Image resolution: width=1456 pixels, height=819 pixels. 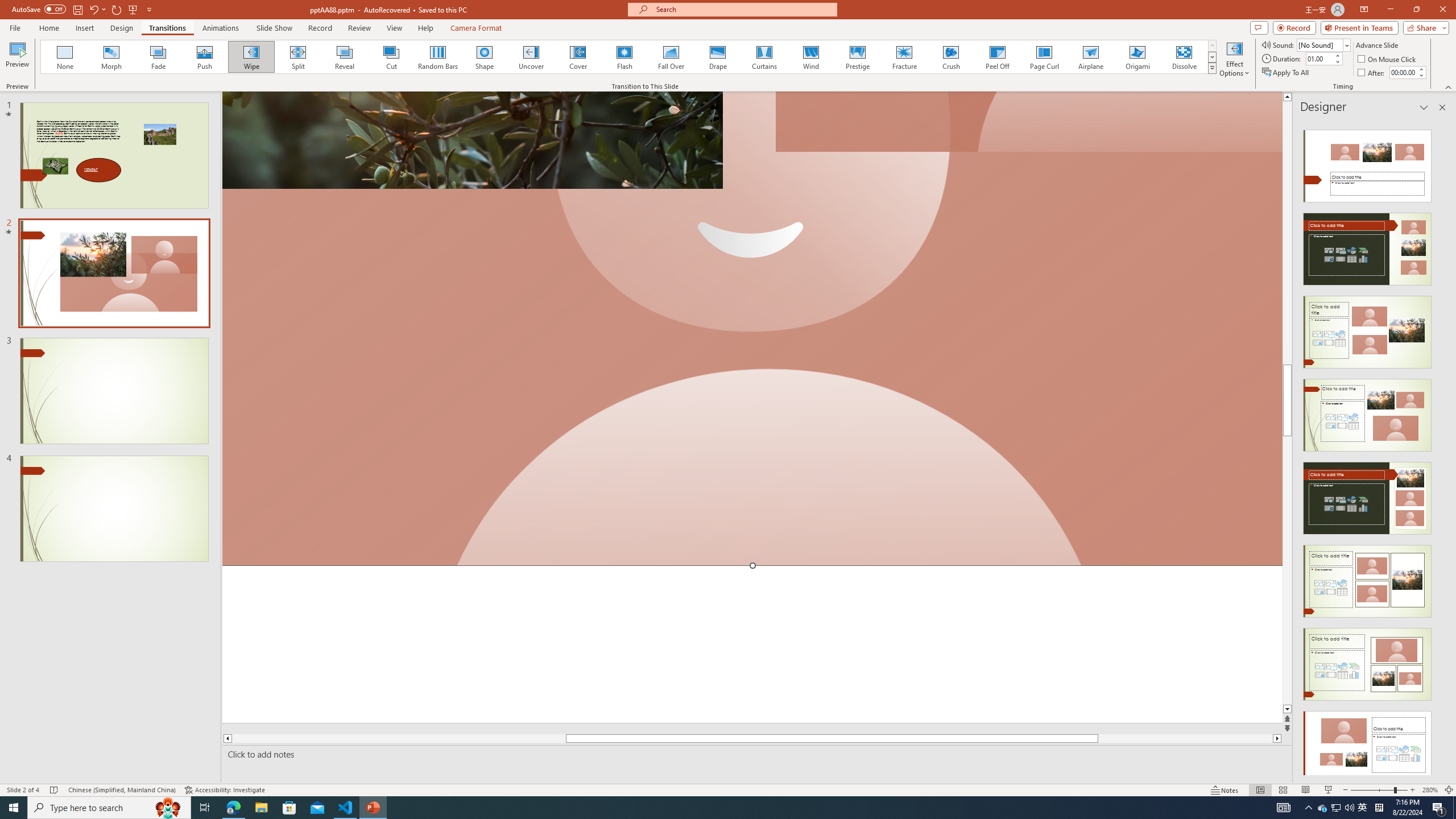 I want to click on 'Split', so click(x=297, y=56).